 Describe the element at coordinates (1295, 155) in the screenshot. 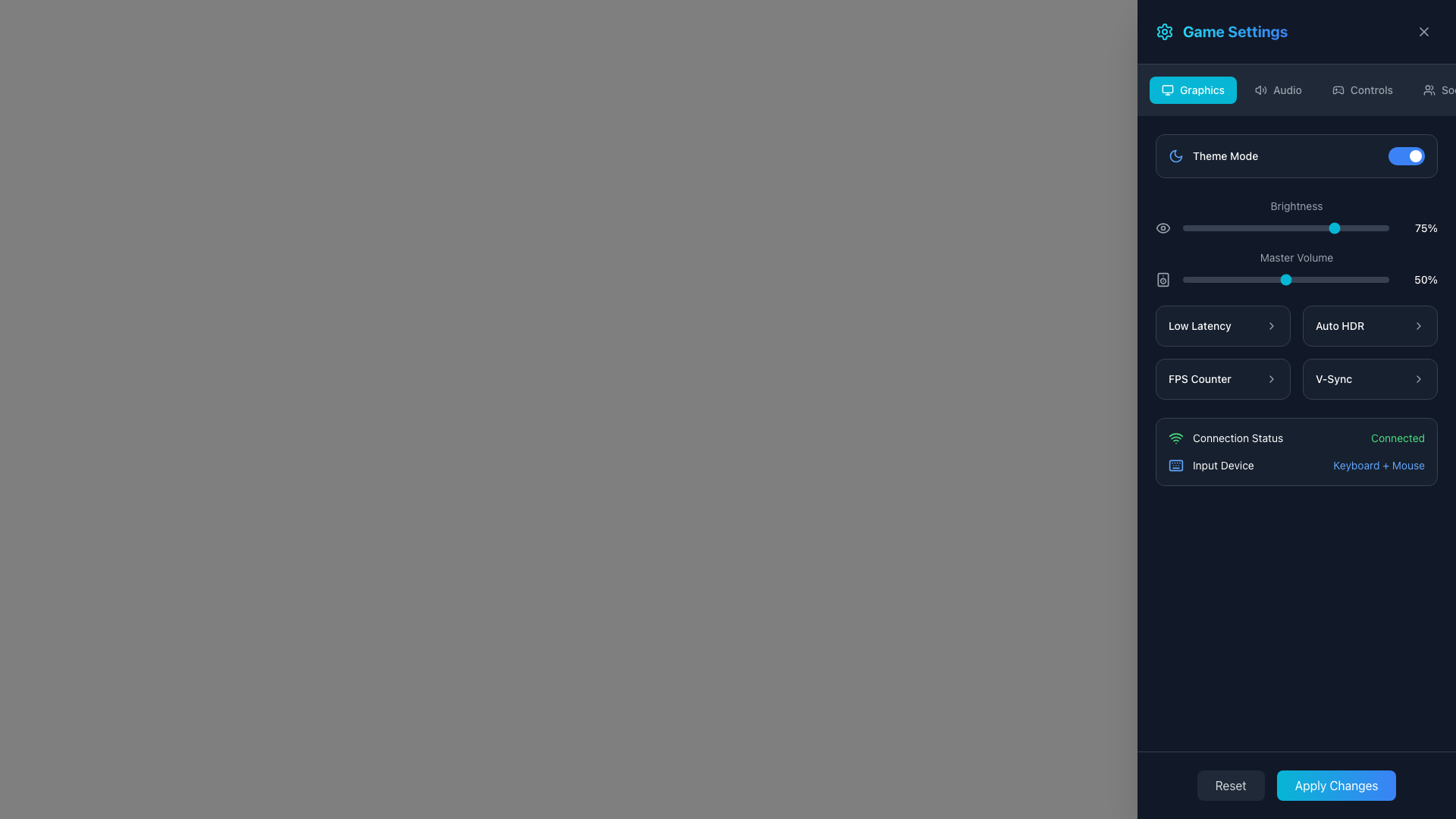

I see `the toggle switch for the theme mode located under the 'Graphics' tab in the vertical settings list to change its state` at that location.